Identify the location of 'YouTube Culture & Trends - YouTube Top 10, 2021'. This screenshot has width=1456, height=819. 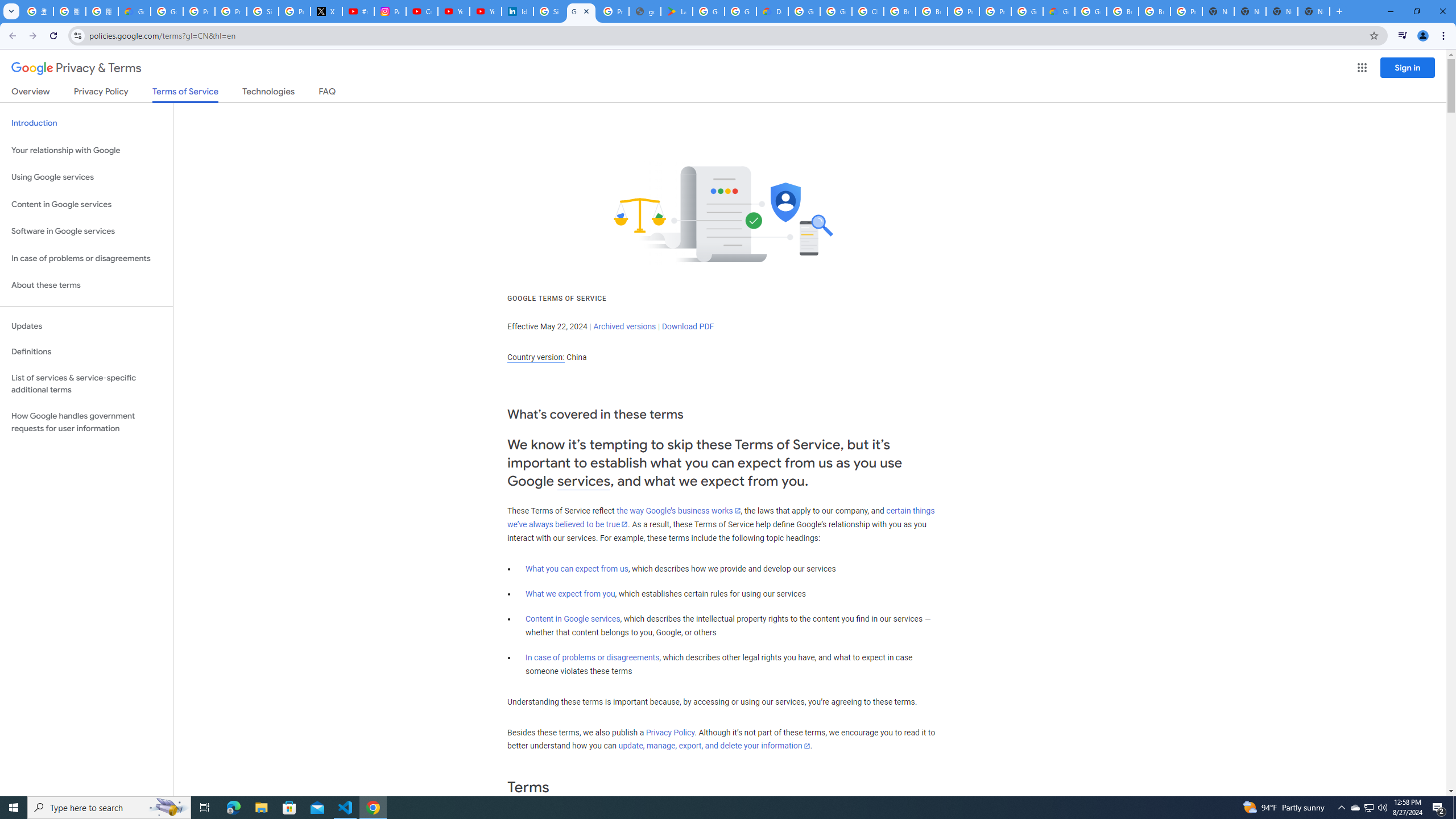
(485, 11).